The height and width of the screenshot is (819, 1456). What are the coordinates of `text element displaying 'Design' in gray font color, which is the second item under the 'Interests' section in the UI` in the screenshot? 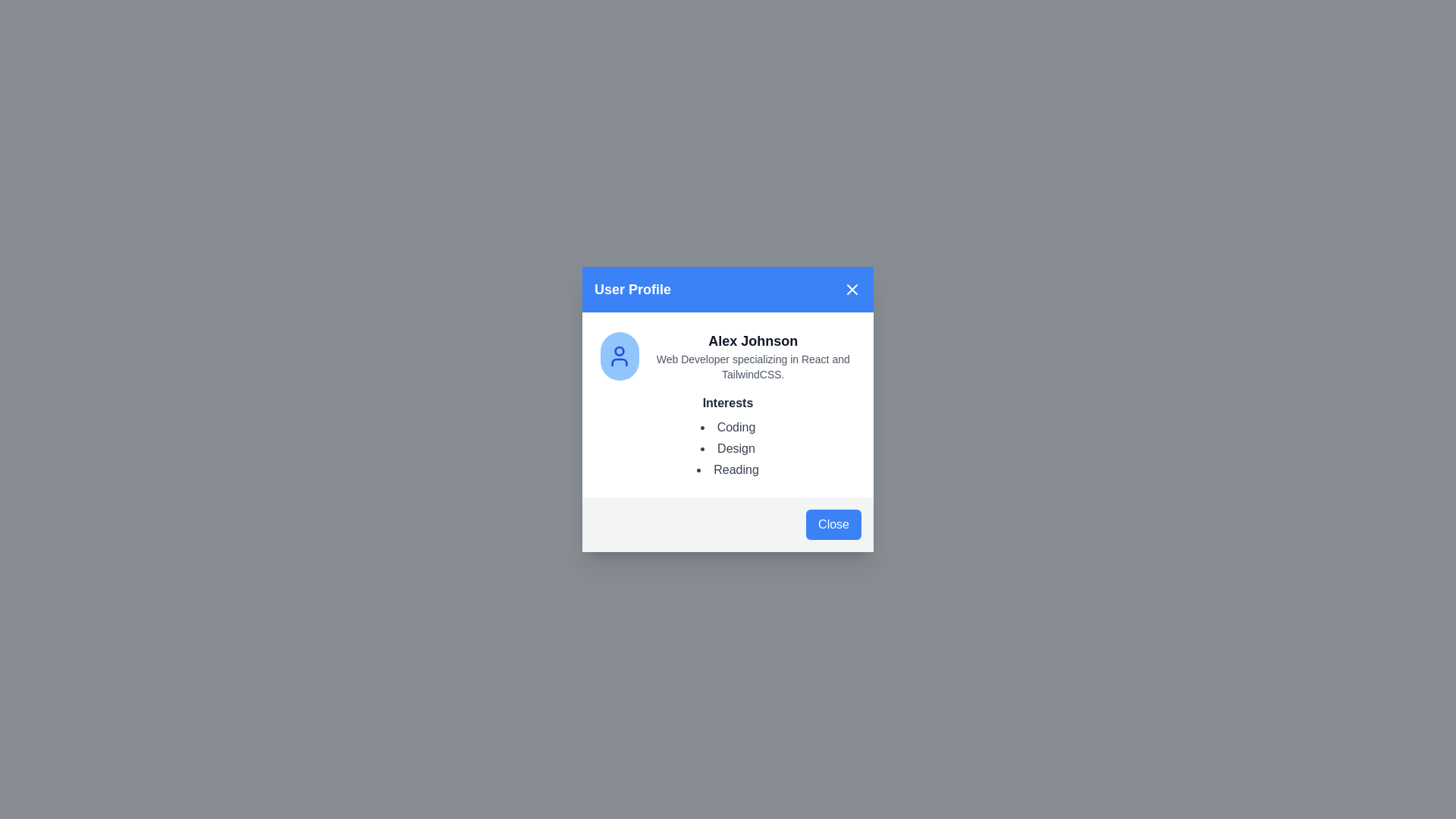 It's located at (728, 447).